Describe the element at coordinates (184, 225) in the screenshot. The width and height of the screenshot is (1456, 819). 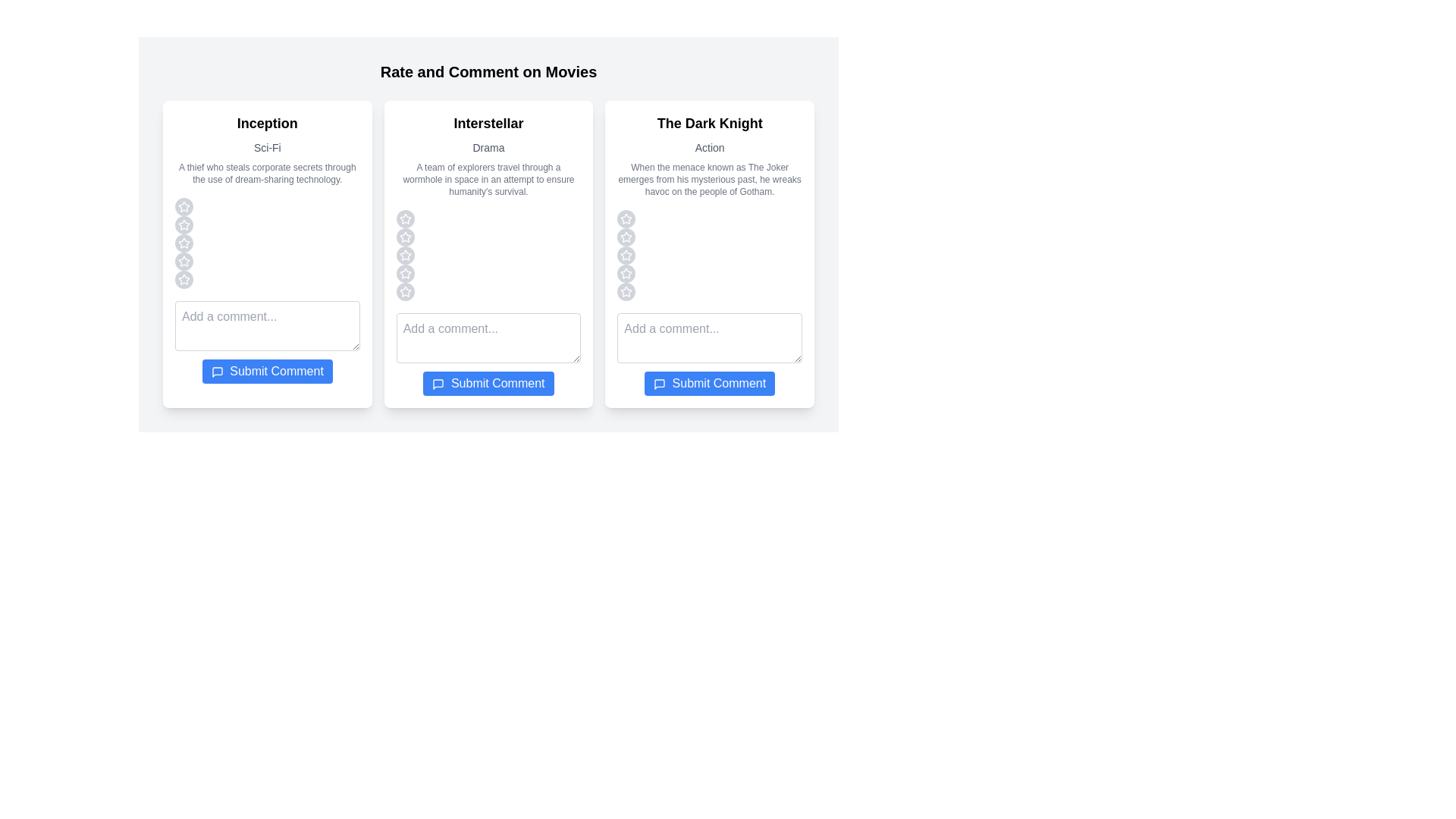
I see `the star corresponding to the rating 2 for the movie Inception` at that location.